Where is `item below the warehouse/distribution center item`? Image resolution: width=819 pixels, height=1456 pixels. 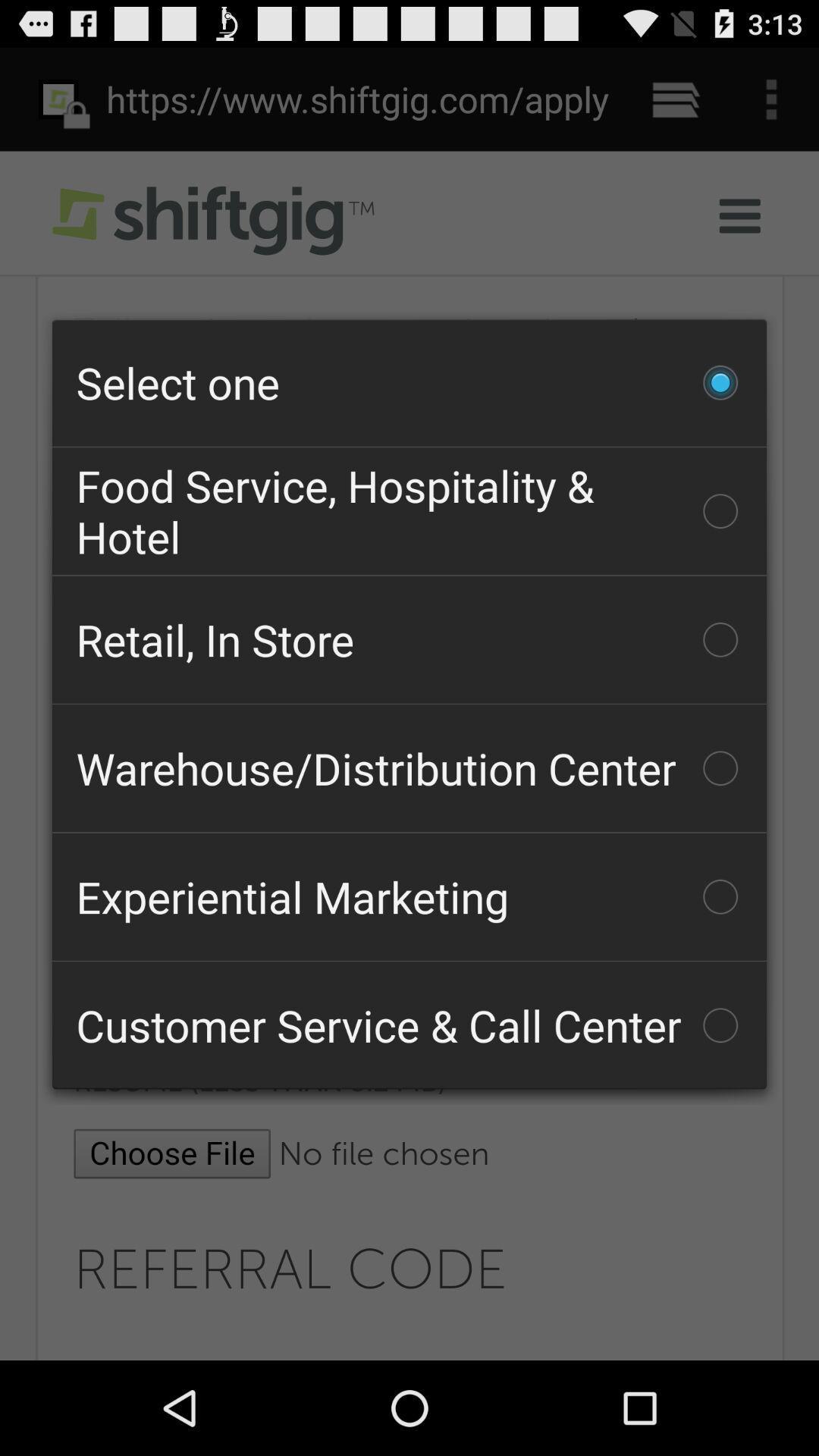 item below the warehouse/distribution center item is located at coordinates (409, 896).